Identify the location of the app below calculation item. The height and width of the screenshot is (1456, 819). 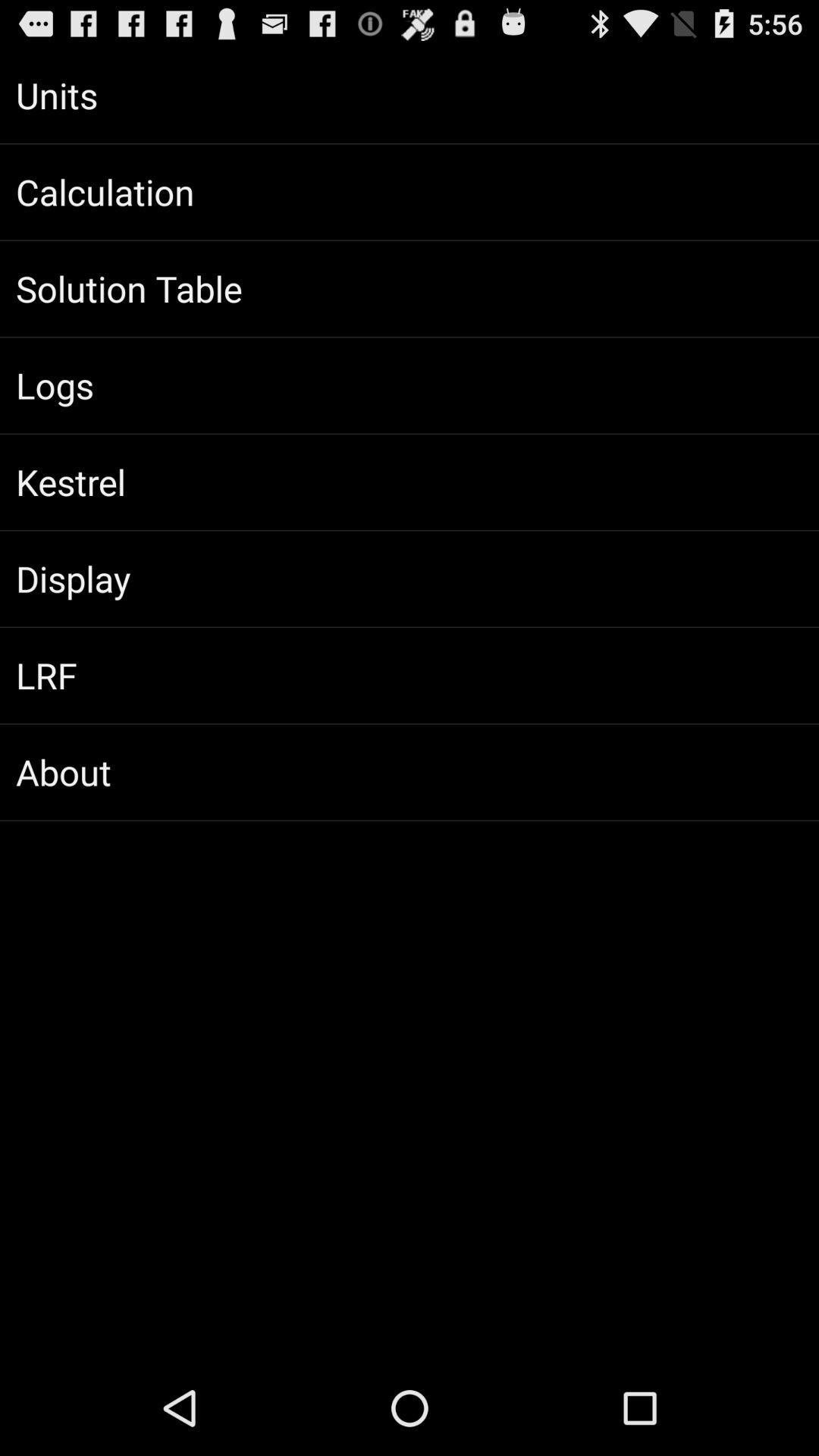
(409, 288).